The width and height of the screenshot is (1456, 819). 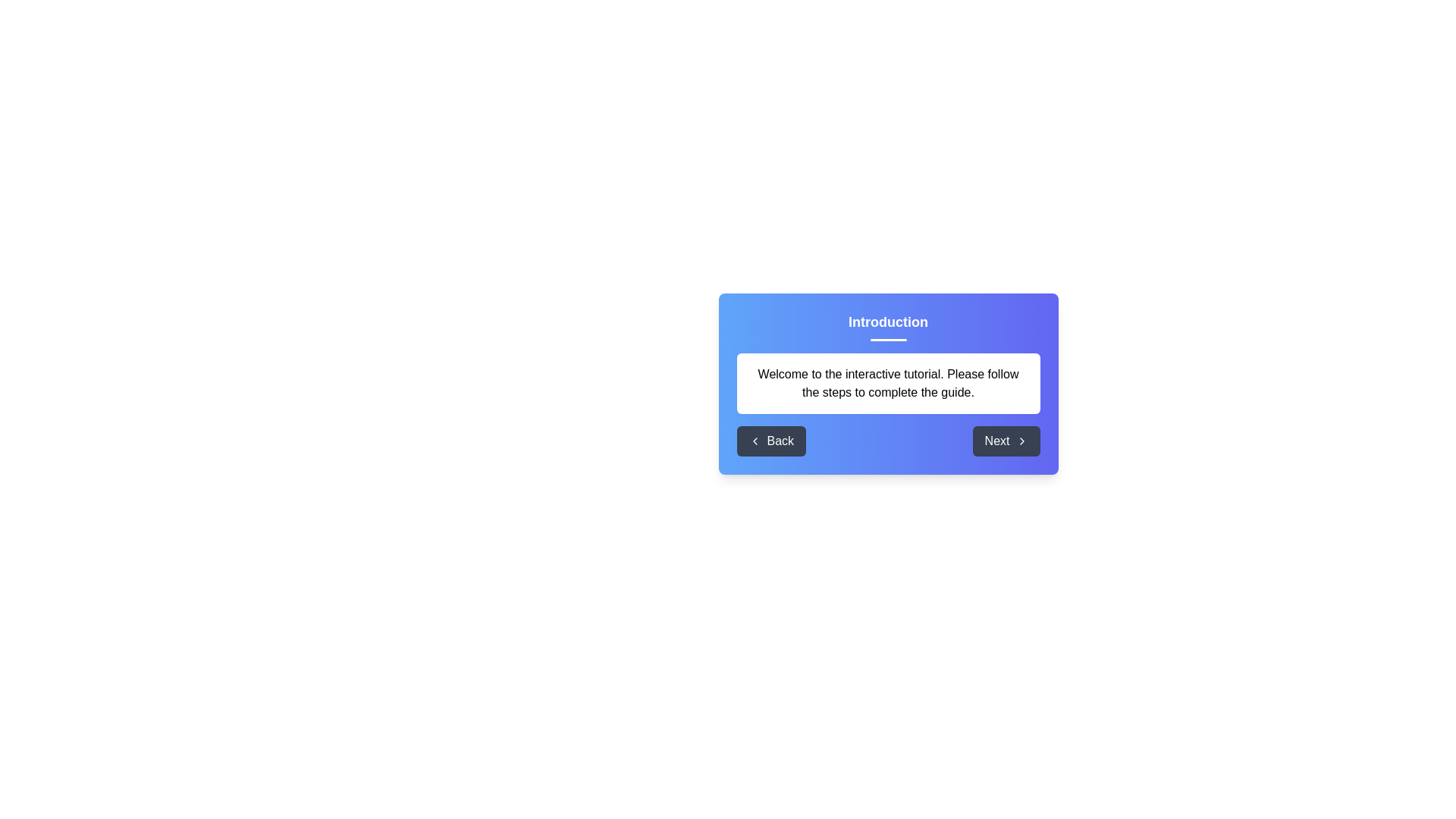 I want to click on the 'Next' button, which is a rectangular button with rounded corners on a dark gray background, located at the bottom-right side of a central modal window, so click(x=1006, y=441).